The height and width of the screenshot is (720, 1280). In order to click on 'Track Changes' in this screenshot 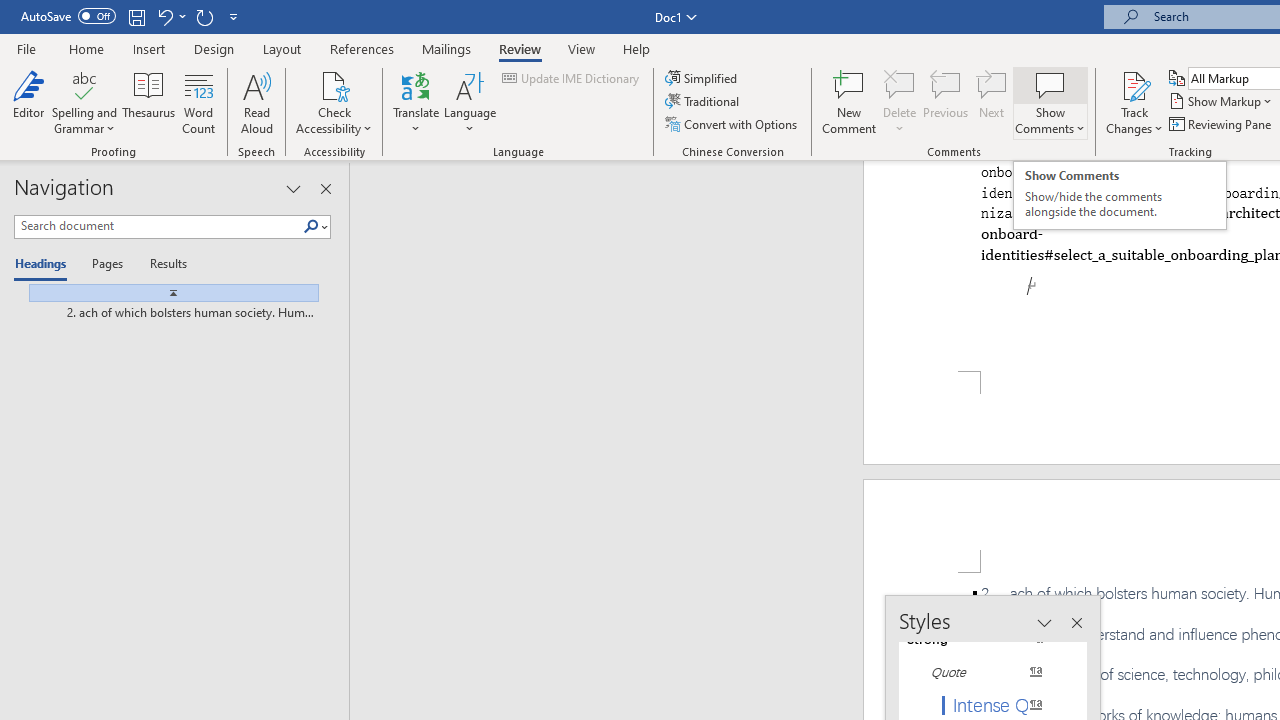, I will do `click(1134, 84)`.